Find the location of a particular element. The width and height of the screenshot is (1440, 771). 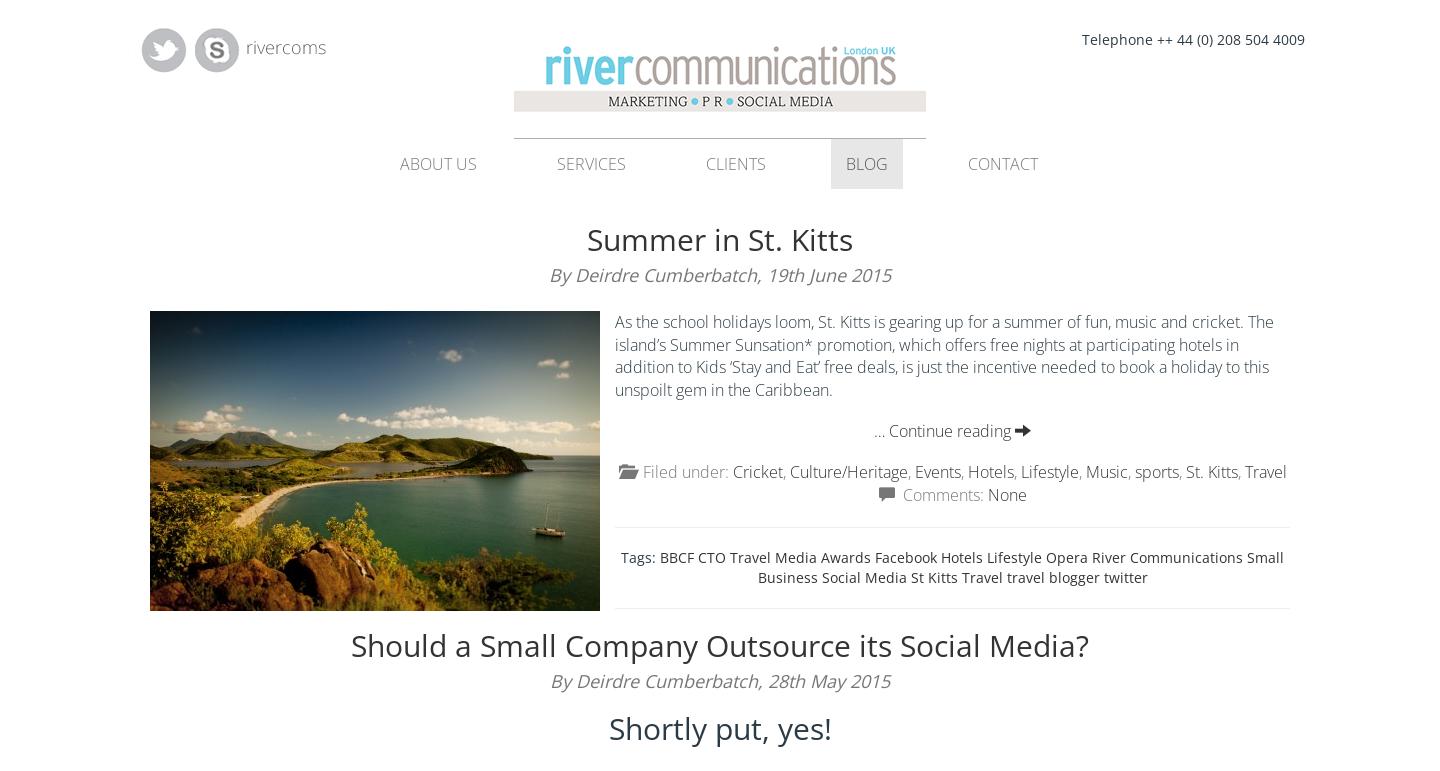

'Tags:' is located at coordinates (639, 556).